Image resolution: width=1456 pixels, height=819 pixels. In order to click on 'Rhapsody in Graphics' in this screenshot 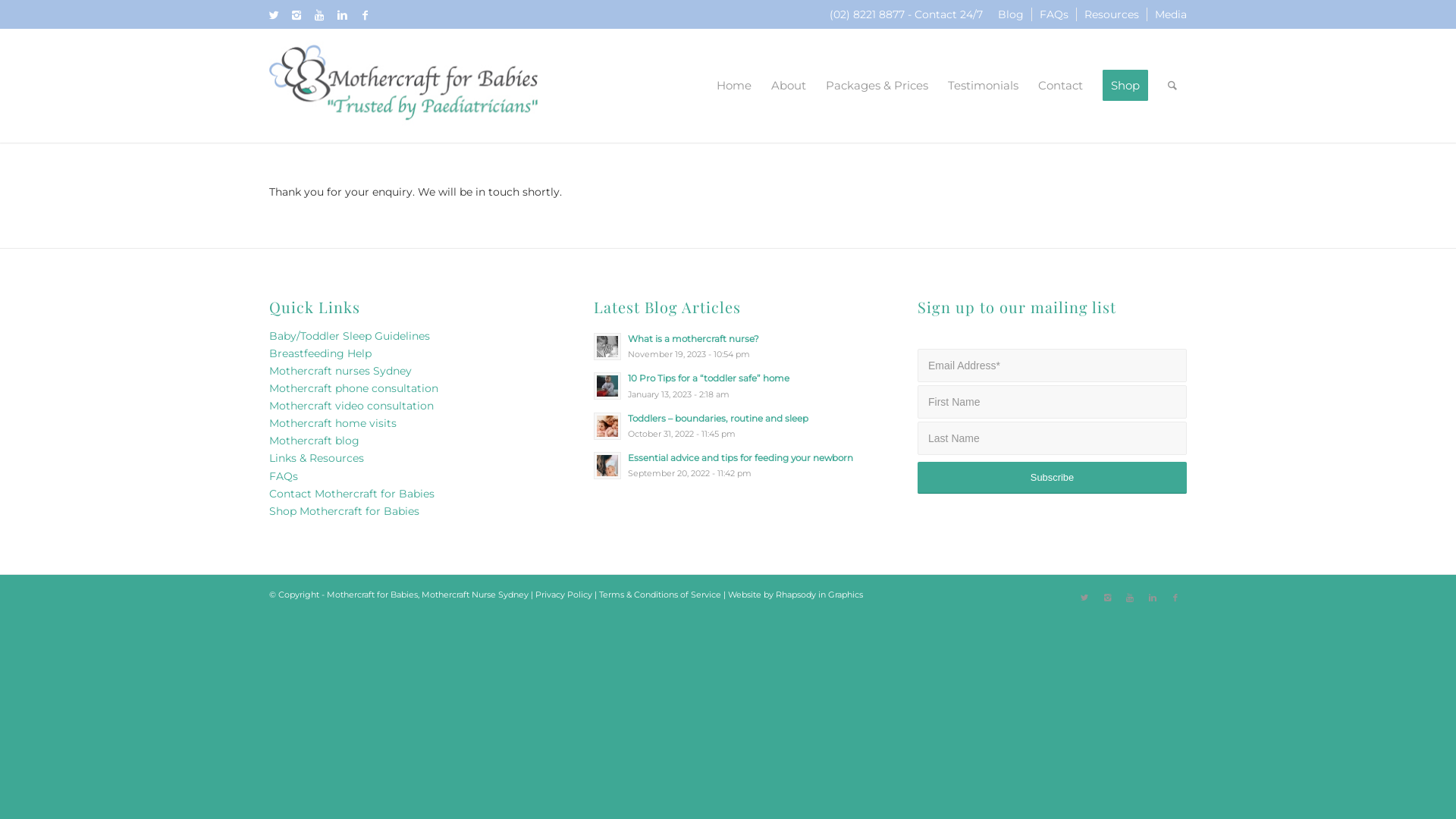, I will do `click(818, 593)`.